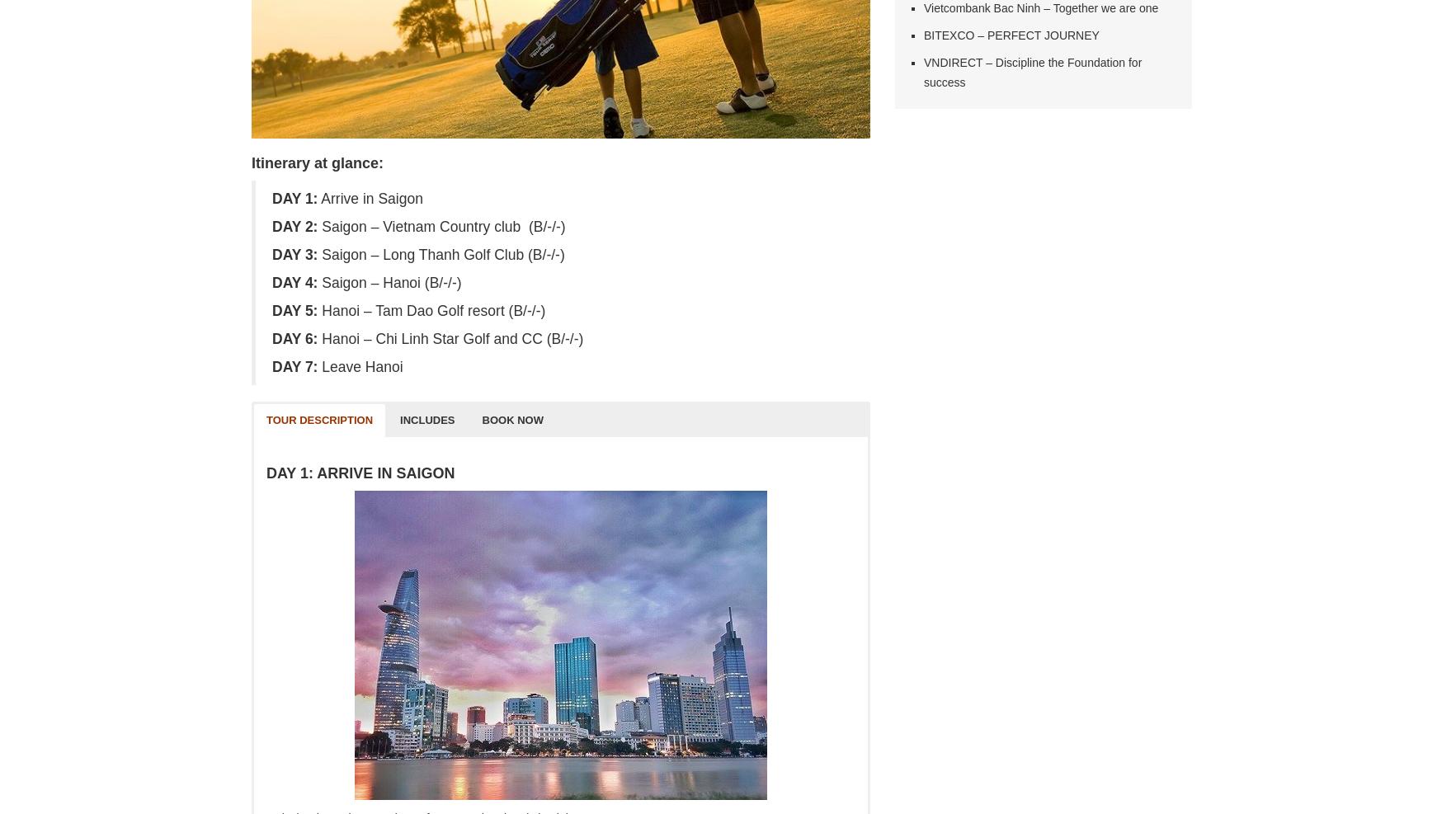 This screenshot has width=1456, height=814. Describe the element at coordinates (430, 311) in the screenshot. I see `'Hanoi – Tam Dao Golf resort (B/-/-)'` at that location.